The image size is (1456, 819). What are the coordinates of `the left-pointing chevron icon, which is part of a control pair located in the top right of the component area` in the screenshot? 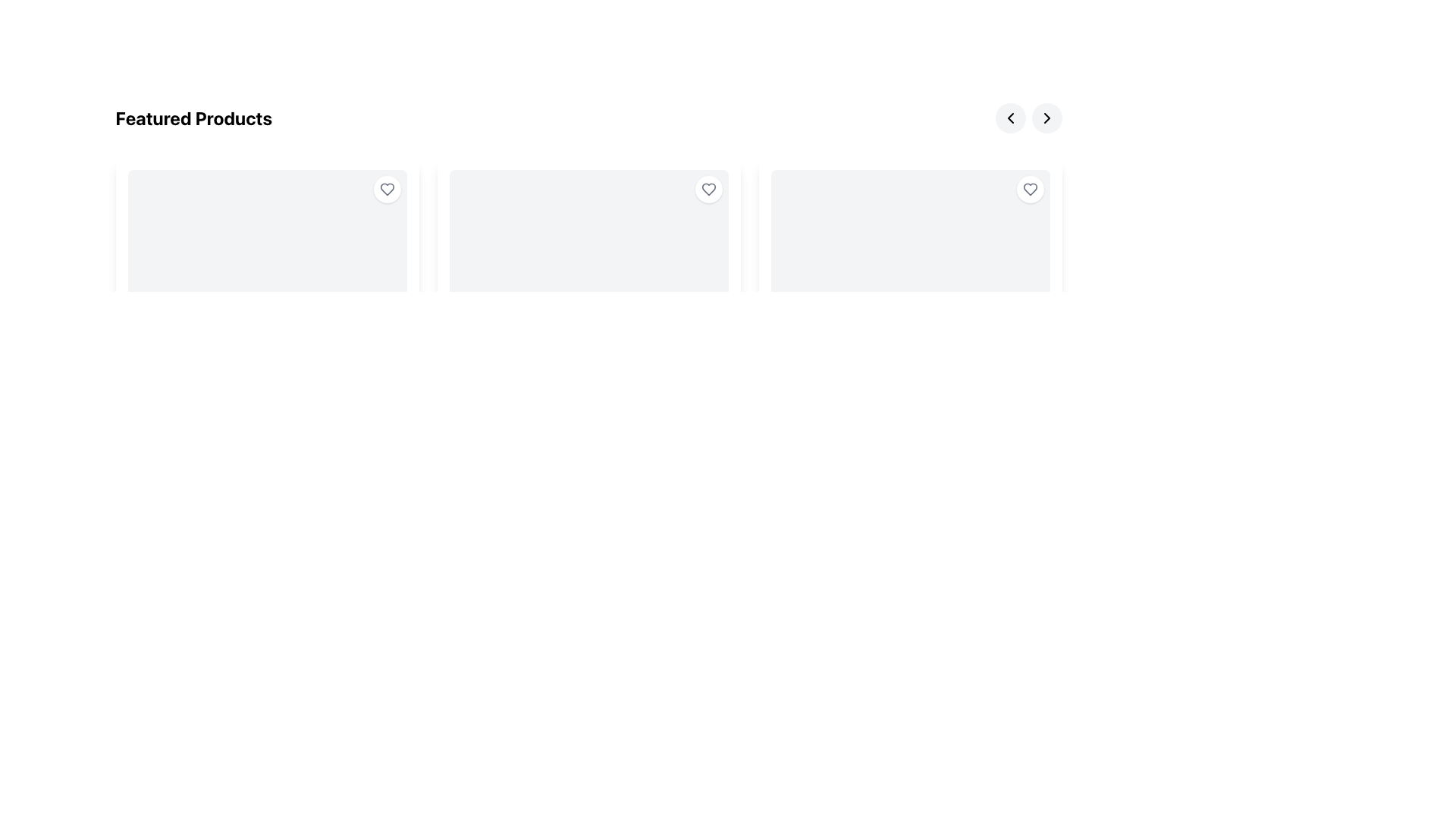 It's located at (1010, 117).